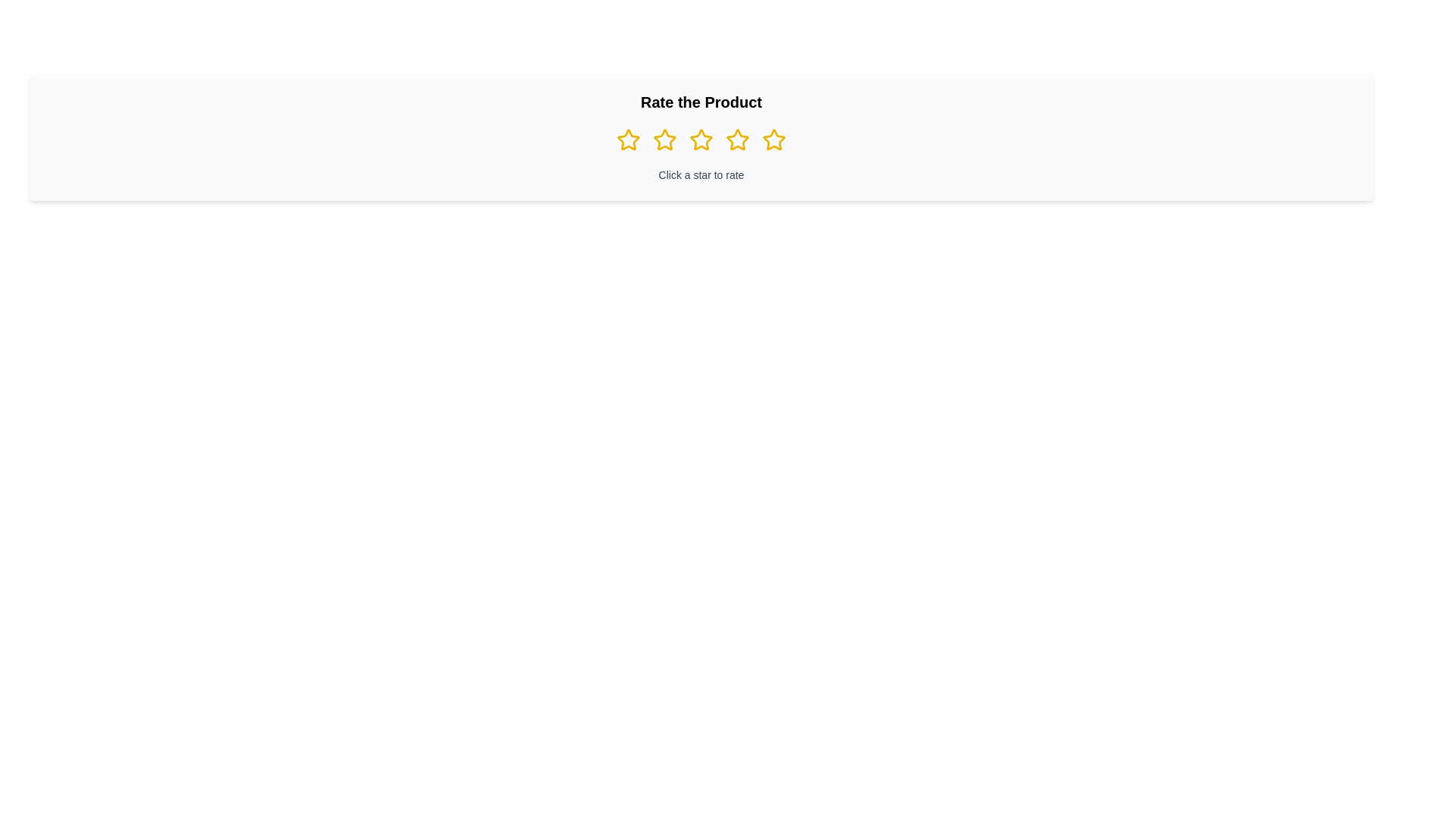  What do you see at coordinates (774, 140) in the screenshot?
I see `the fifth star-shaped rating icon, which is yellow and outlined, located under the title 'Rate the Product'` at bounding box center [774, 140].